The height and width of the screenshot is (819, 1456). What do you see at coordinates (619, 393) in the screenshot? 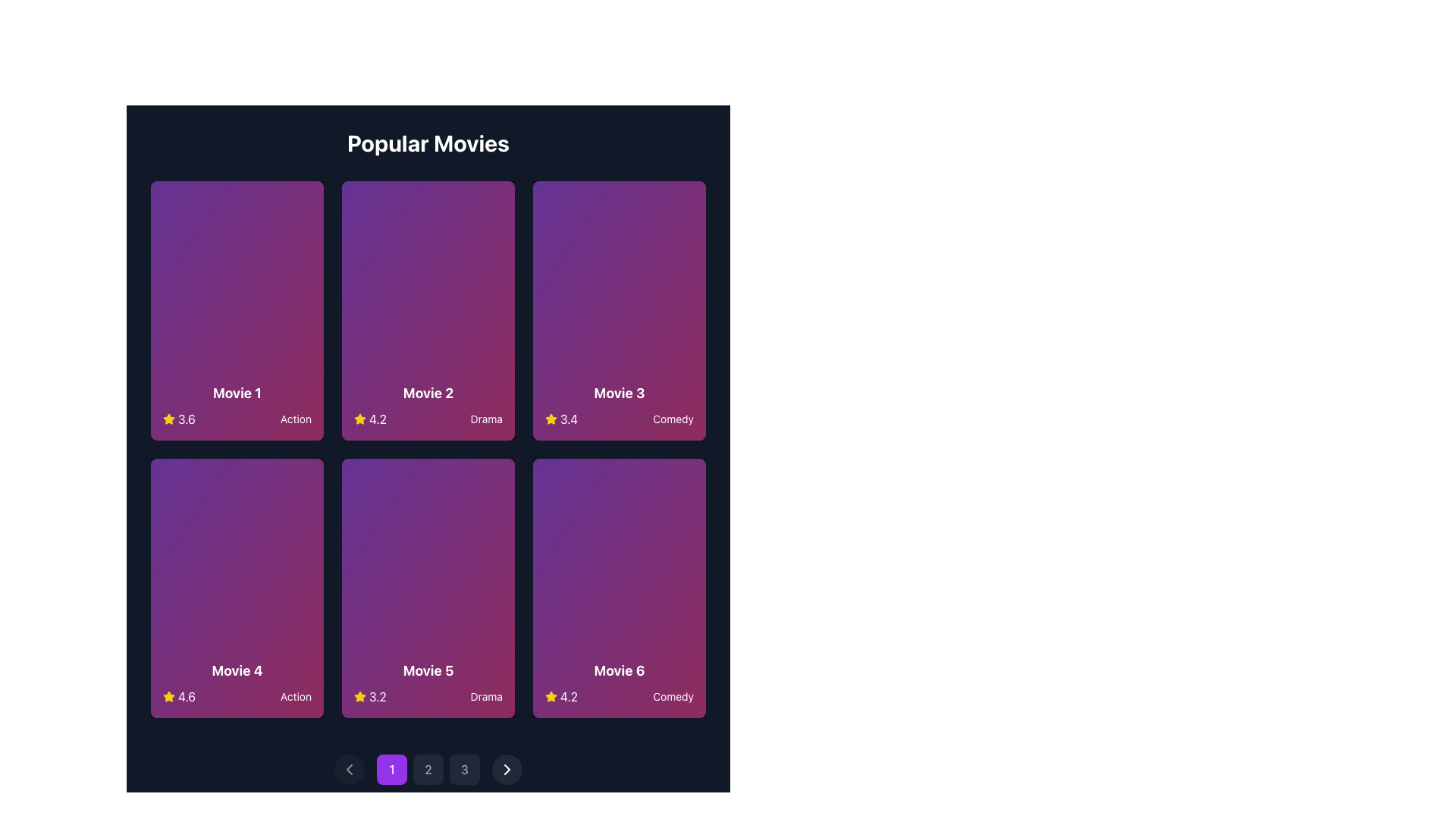
I see `the text label displaying 'Movie 3', which is a large, bold white text on a dark purple background, located in the top-right movie card of the grid layout` at bounding box center [619, 393].